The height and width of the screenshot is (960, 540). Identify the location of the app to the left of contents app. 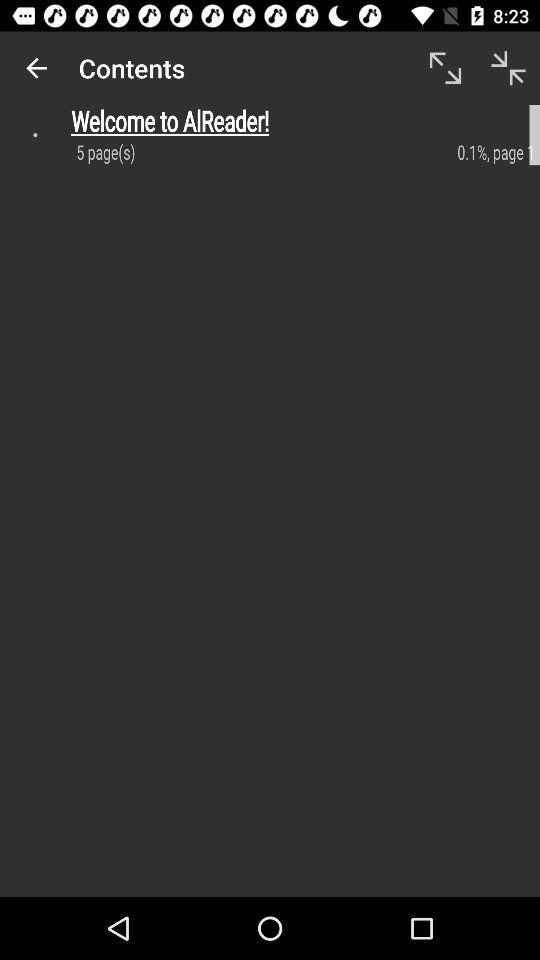
(36, 68).